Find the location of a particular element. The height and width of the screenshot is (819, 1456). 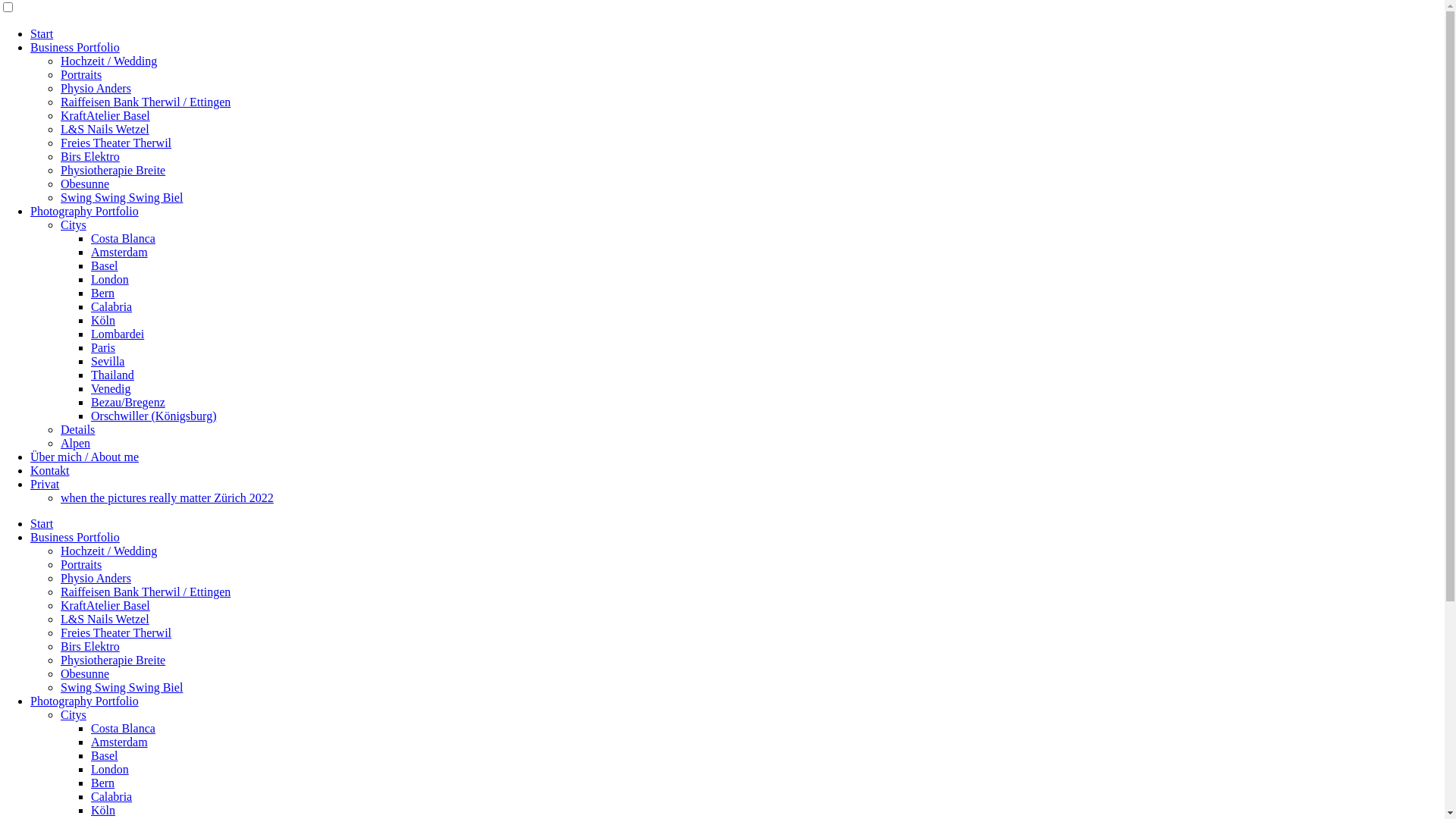

'Privat' is located at coordinates (30, 484).